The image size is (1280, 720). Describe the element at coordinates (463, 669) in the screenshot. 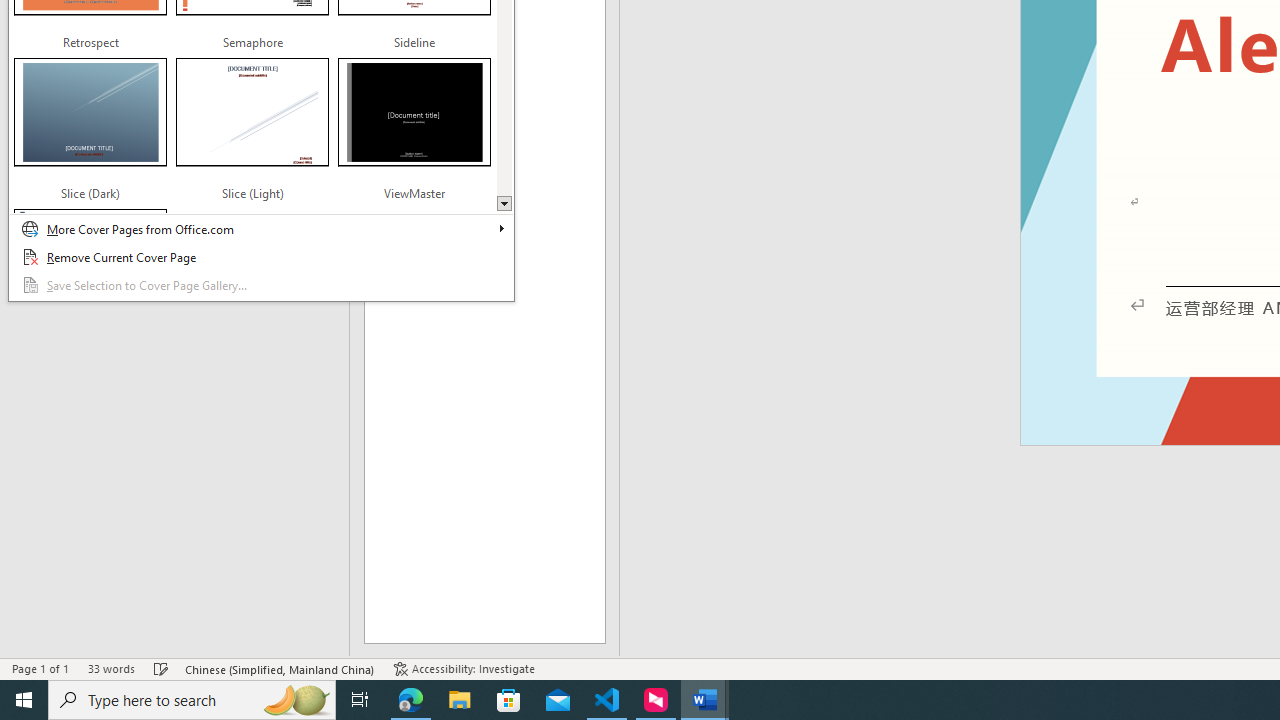

I see `'Accessibility Checker Accessibility: Investigate'` at that location.